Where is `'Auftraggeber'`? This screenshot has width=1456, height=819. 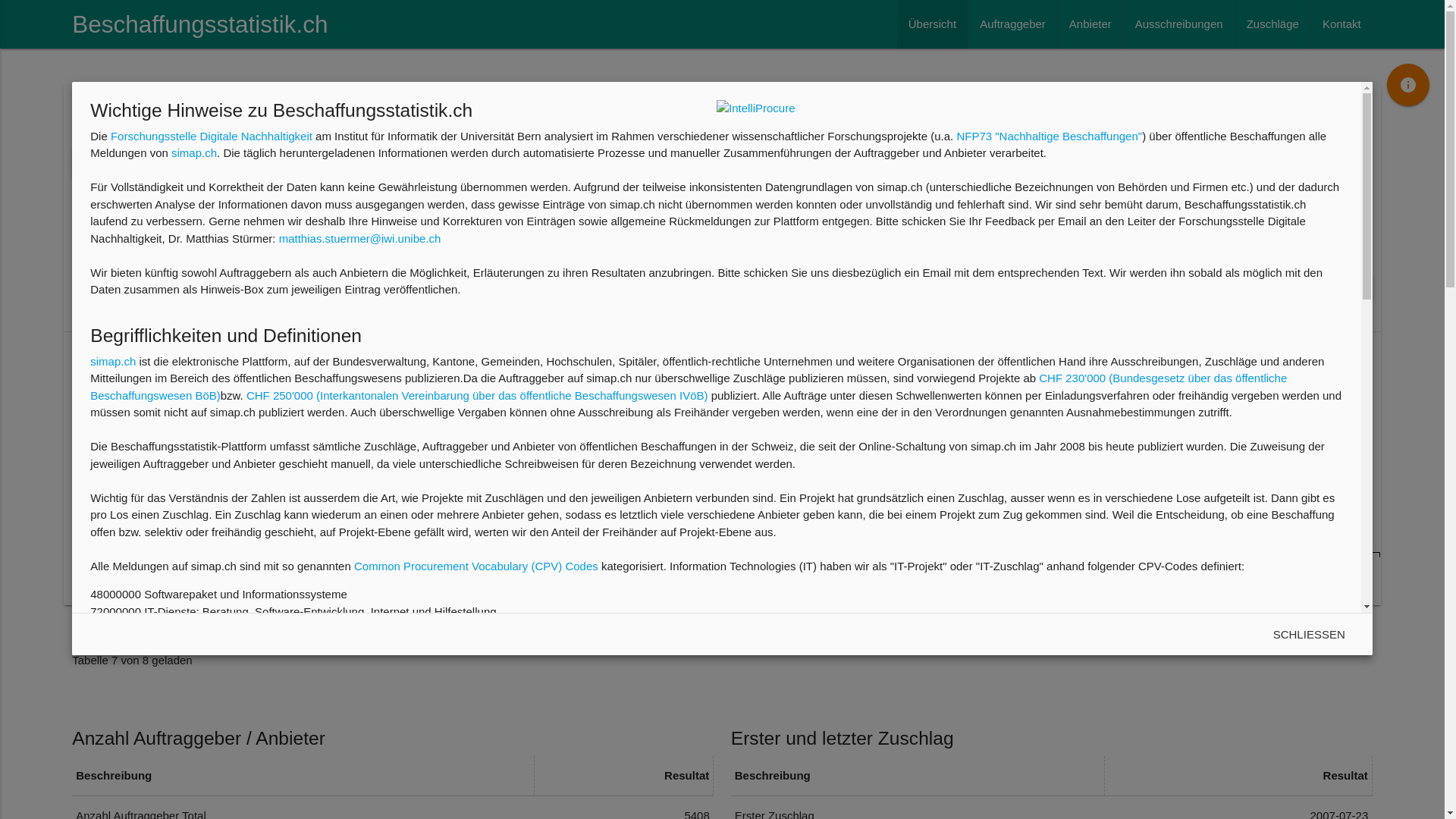
'Auftraggeber' is located at coordinates (1012, 24).